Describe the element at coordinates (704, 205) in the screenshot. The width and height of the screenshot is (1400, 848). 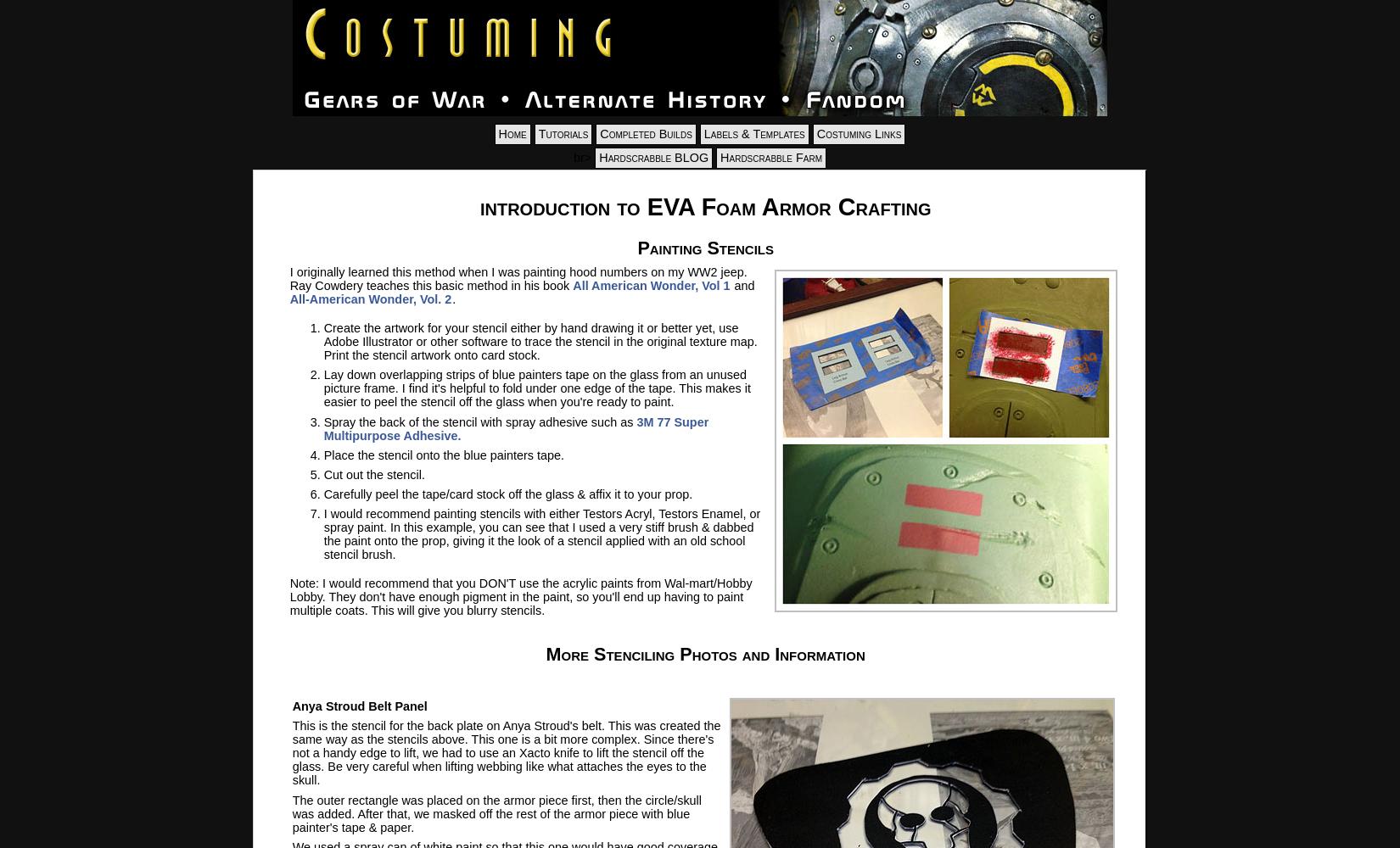
I see `'introduction to EVA Foam Armor Crafting'` at that location.